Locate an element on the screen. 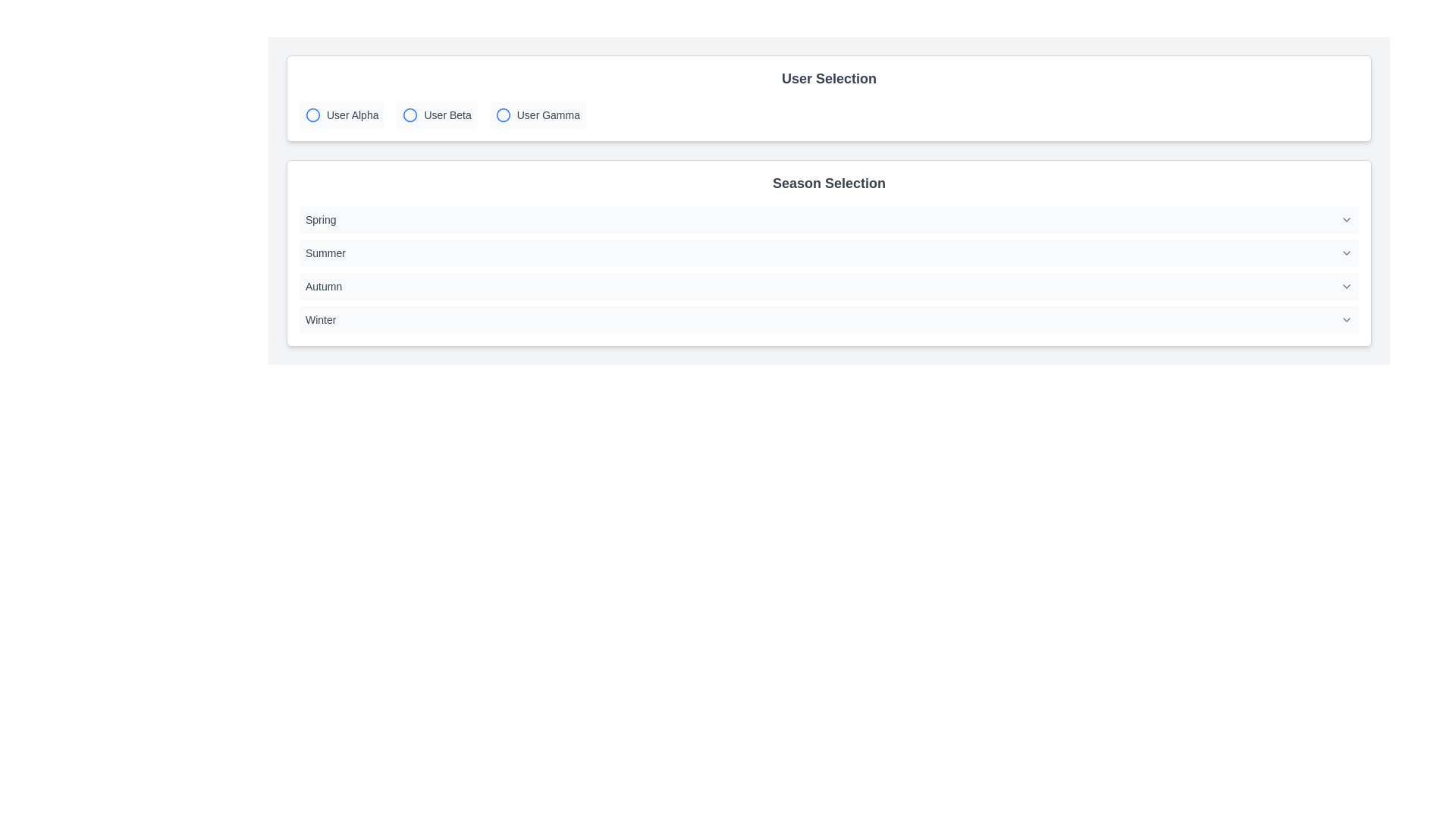 Image resolution: width=1456 pixels, height=819 pixels. the leftmost icon of the 'User Gamma' option group within the 'User Selection' panel is located at coordinates (503, 114).